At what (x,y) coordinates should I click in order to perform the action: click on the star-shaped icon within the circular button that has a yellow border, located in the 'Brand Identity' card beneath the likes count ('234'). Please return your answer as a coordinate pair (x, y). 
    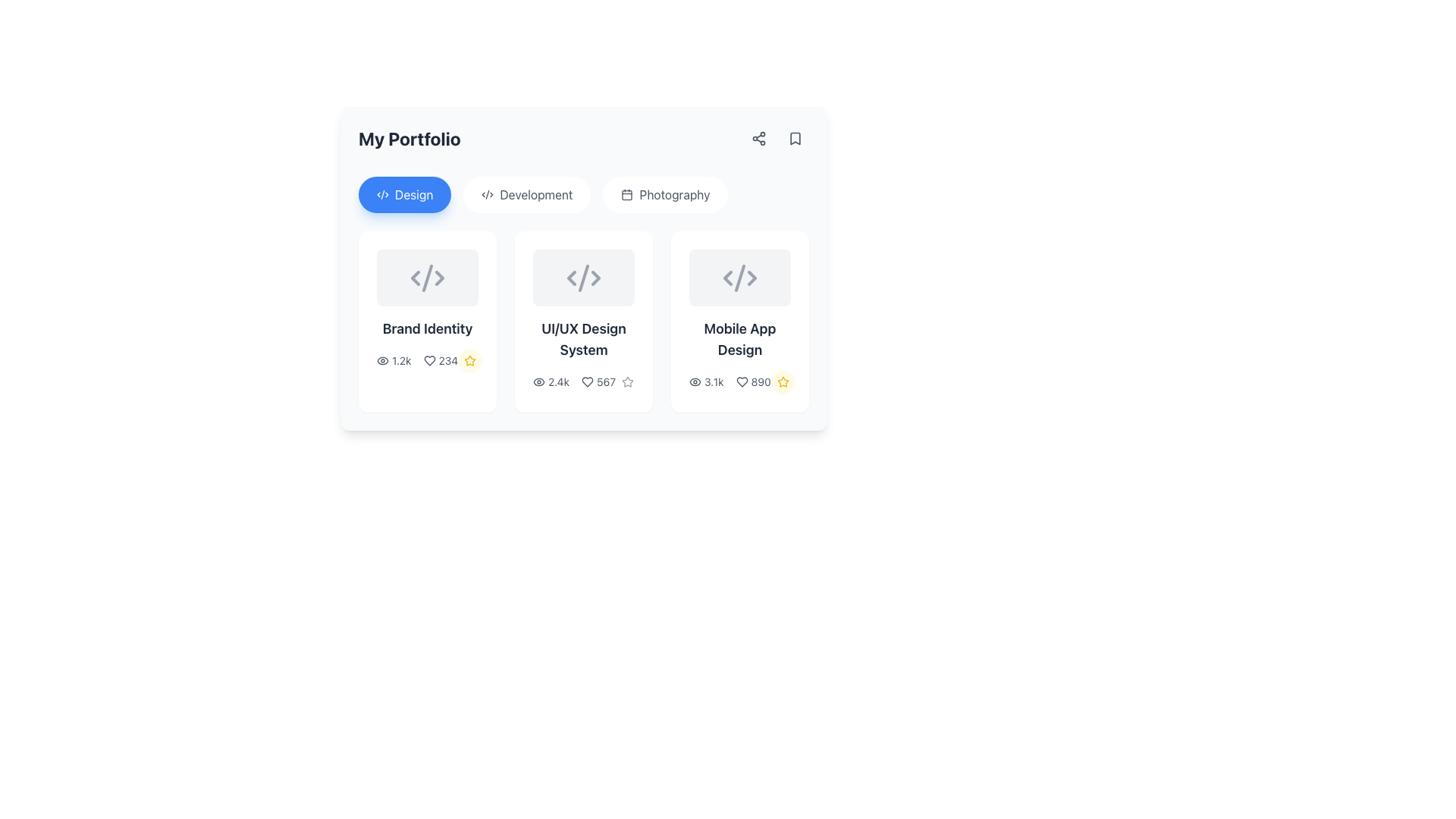
    Looking at the image, I should click on (469, 361).